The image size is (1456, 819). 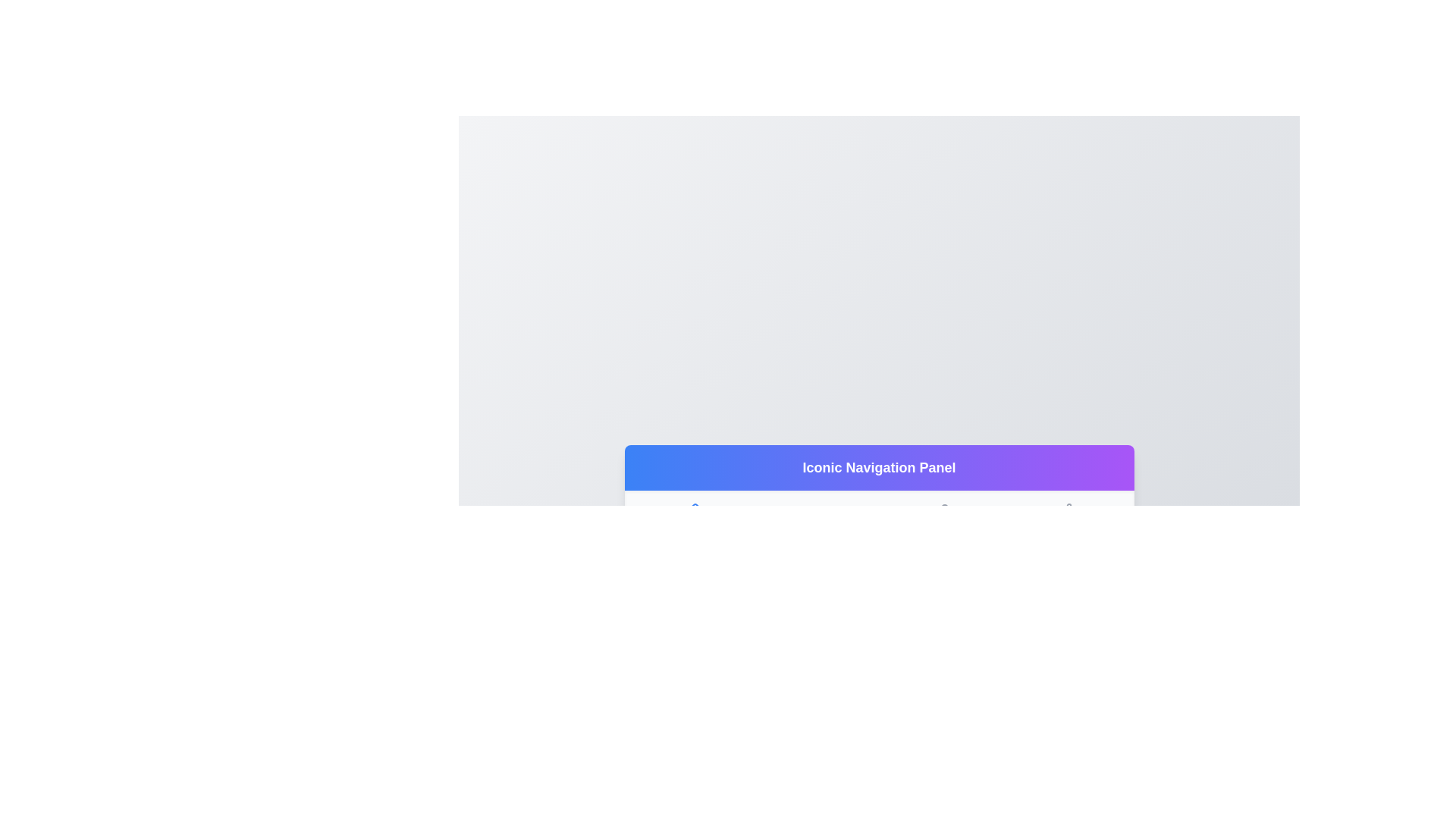 What do you see at coordinates (944, 519) in the screenshot?
I see `the Profile navigation button located in the bottom navigation bar` at bounding box center [944, 519].